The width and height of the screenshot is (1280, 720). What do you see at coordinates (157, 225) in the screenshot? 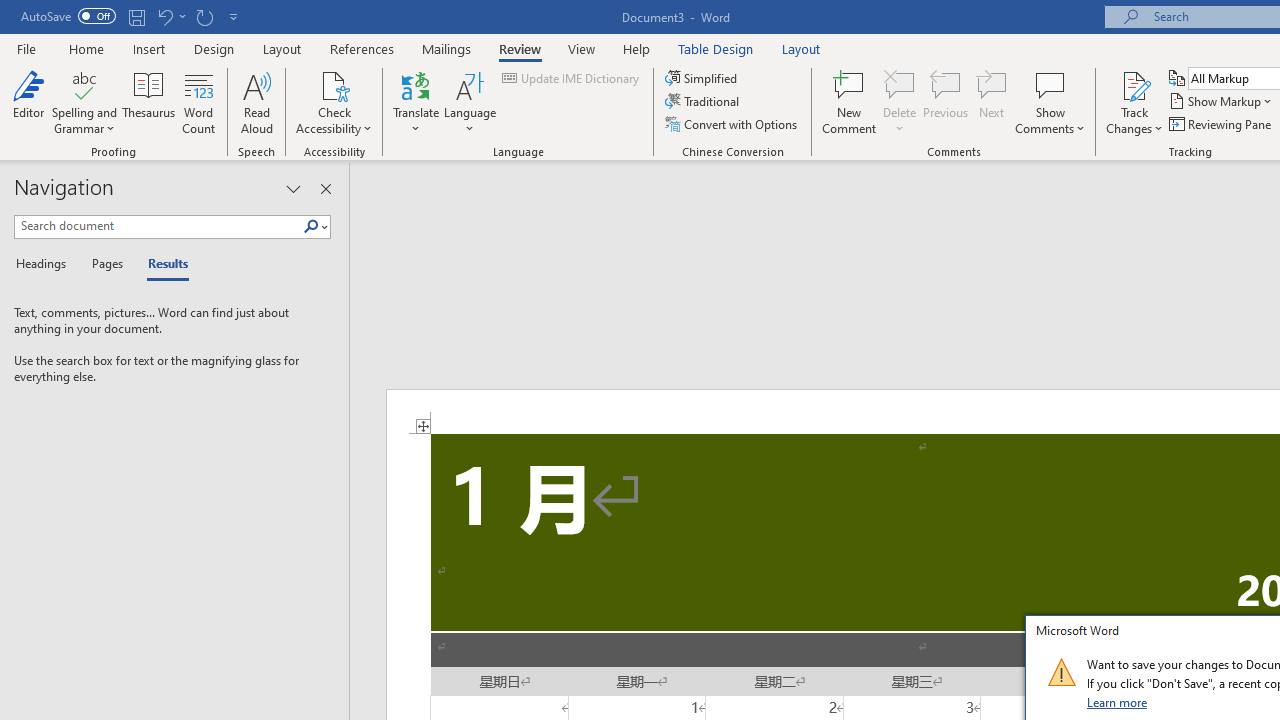
I see `'Search document'` at bounding box center [157, 225].